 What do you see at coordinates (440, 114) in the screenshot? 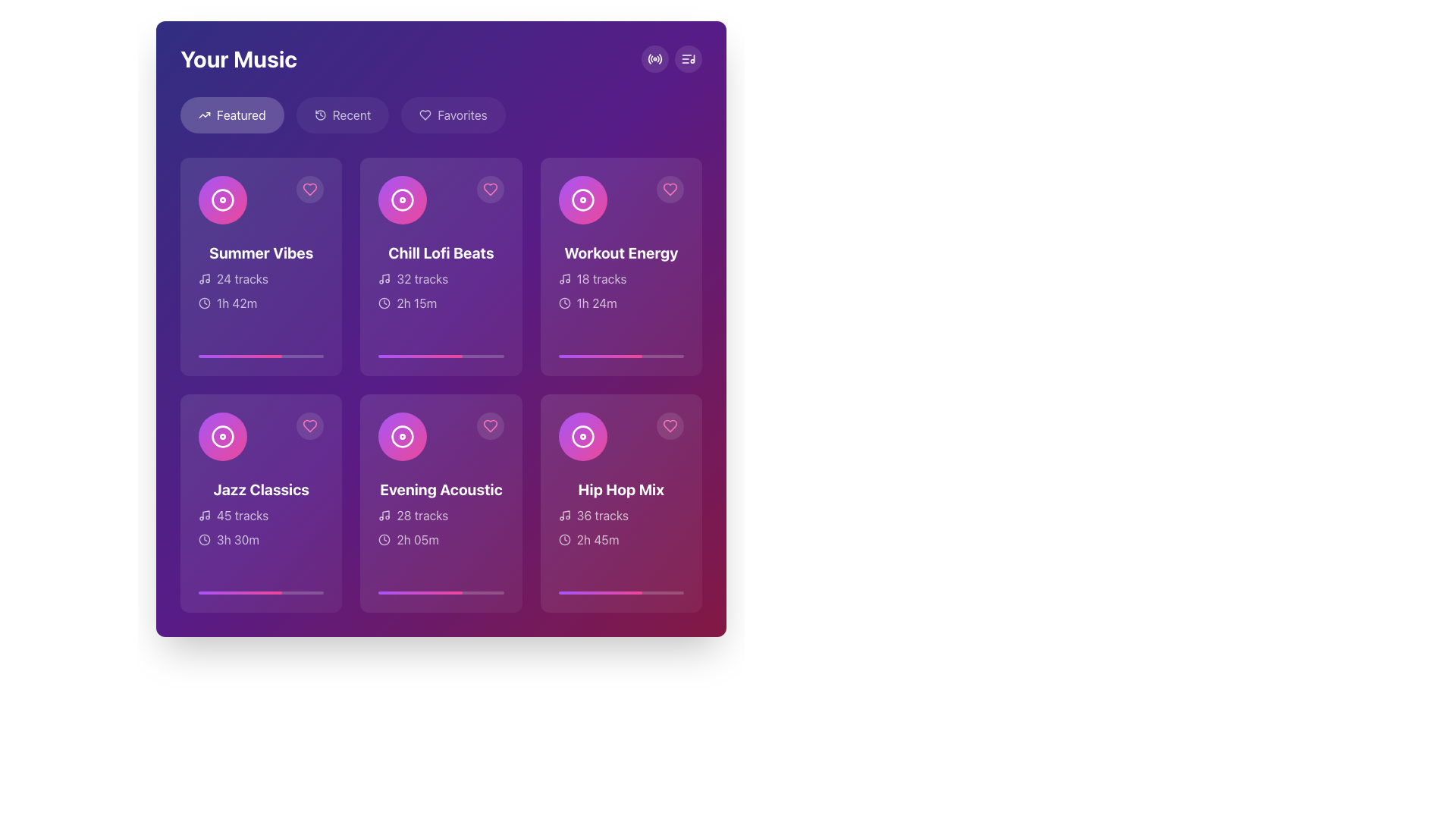
I see `the Navigation group buttons, which includes 'Featured', 'Recent', and 'Favorites'` at bounding box center [440, 114].